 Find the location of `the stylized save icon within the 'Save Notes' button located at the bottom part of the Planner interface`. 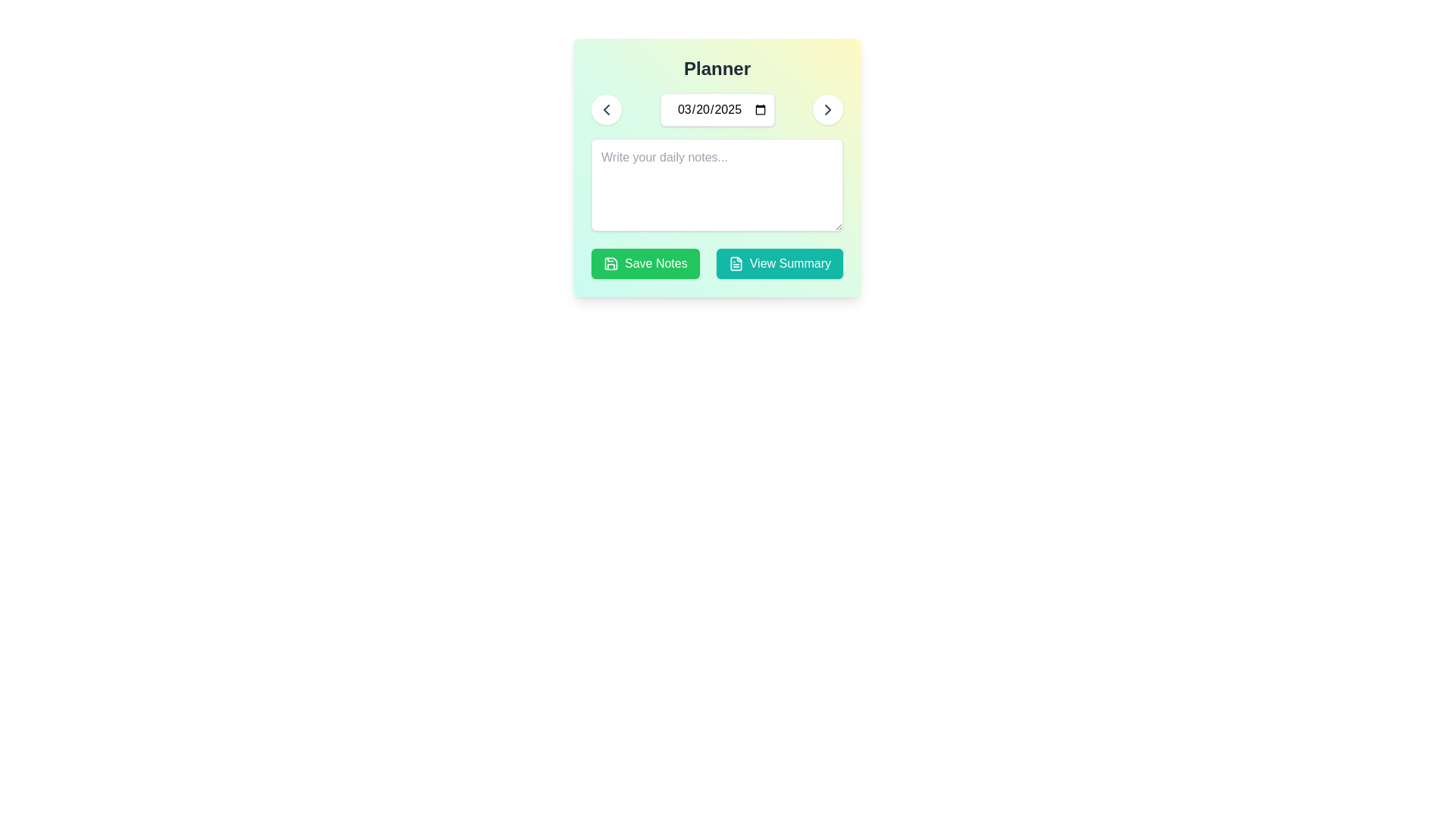

the stylized save icon within the 'Save Notes' button located at the bottom part of the Planner interface is located at coordinates (611, 262).